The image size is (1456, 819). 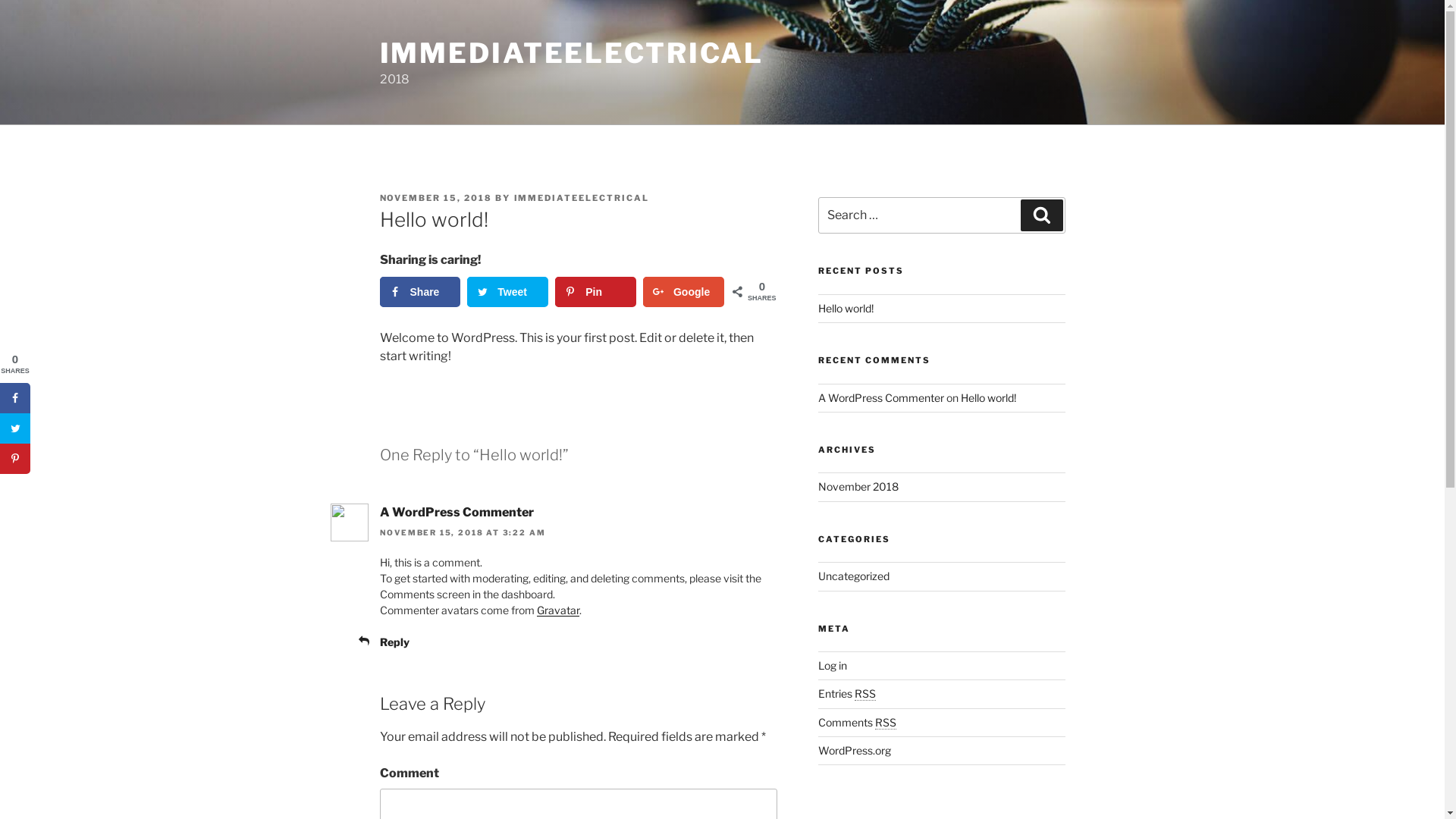 I want to click on 'Log in', so click(x=832, y=664).